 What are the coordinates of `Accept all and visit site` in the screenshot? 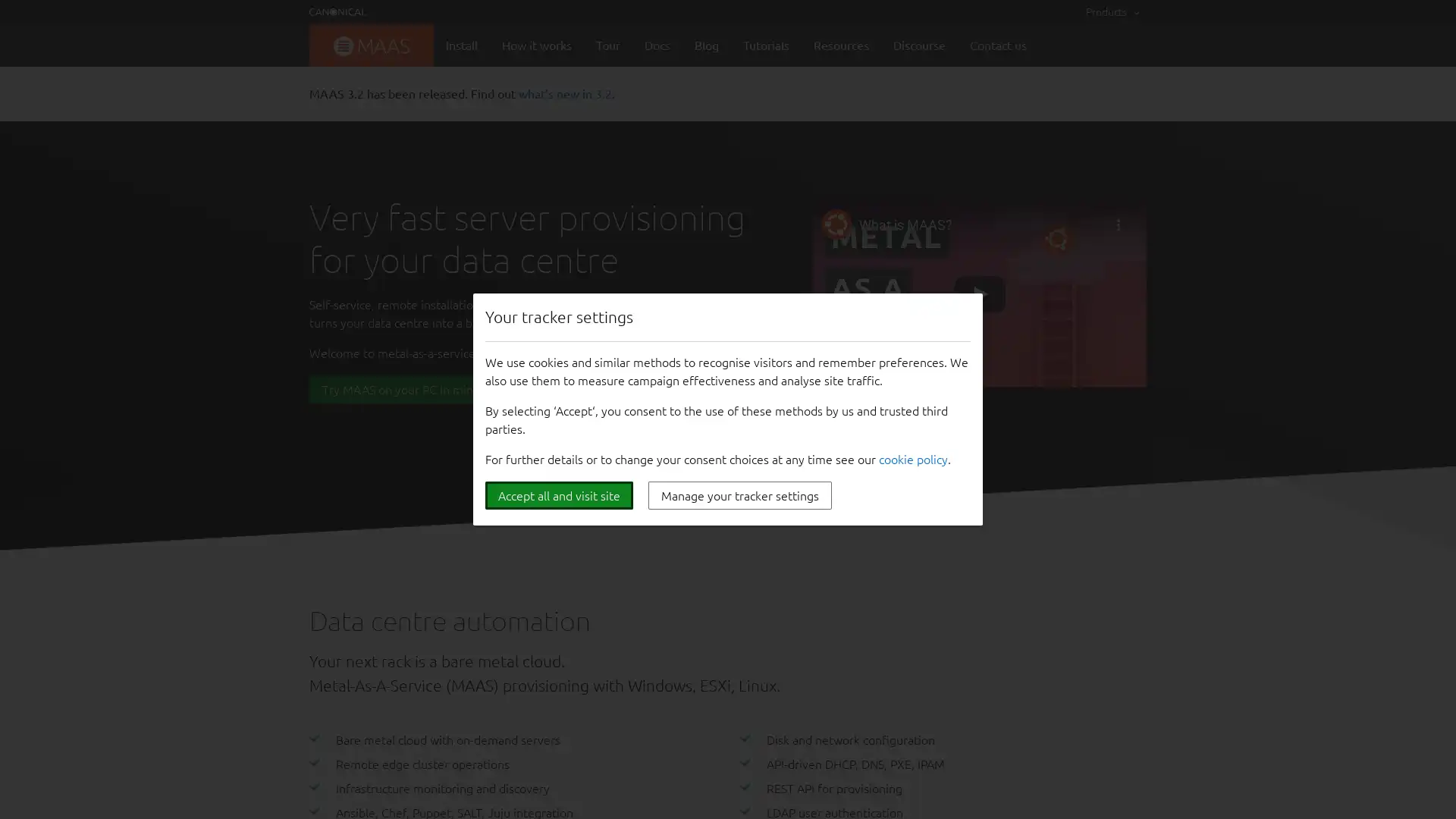 It's located at (558, 495).